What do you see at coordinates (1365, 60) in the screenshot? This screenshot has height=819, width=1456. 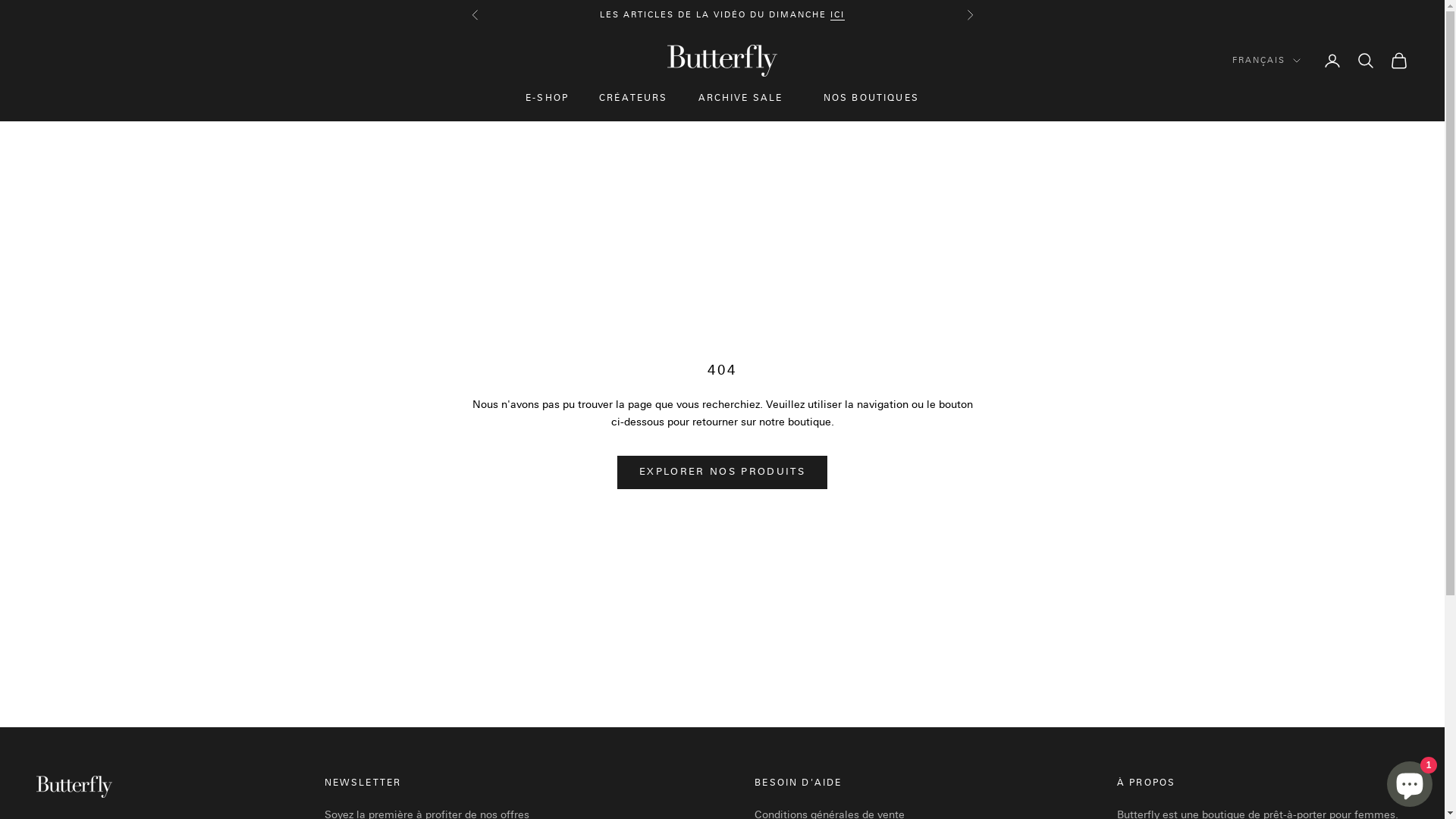 I see `'Ouvrir la recherche'` at bounding box center [1365, 60].